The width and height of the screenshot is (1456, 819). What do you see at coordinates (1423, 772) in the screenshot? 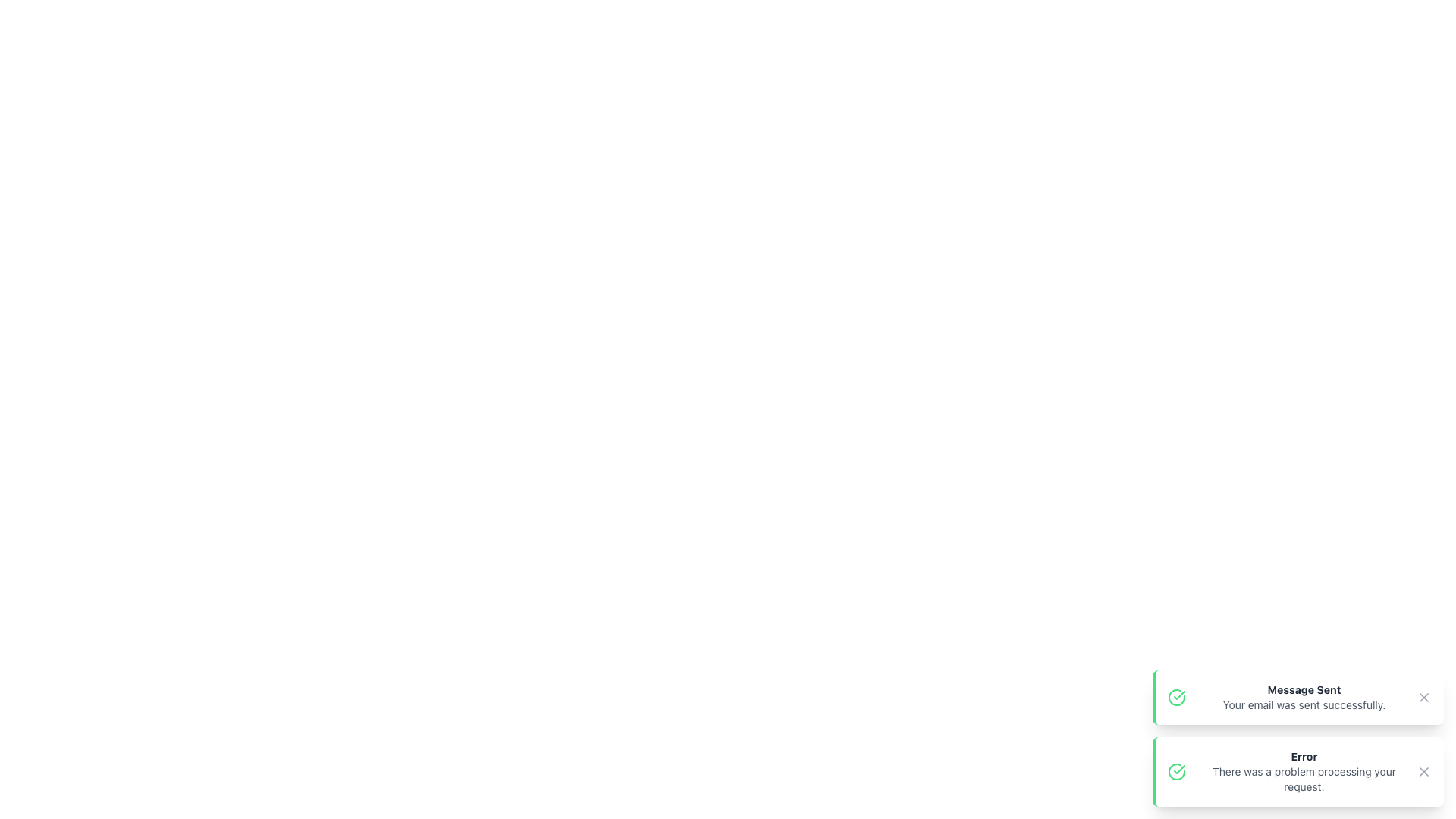
I see `the close button located at the far-right corner of the bottom notification box labeled 'Error'` at bounding box center [1423, 772].